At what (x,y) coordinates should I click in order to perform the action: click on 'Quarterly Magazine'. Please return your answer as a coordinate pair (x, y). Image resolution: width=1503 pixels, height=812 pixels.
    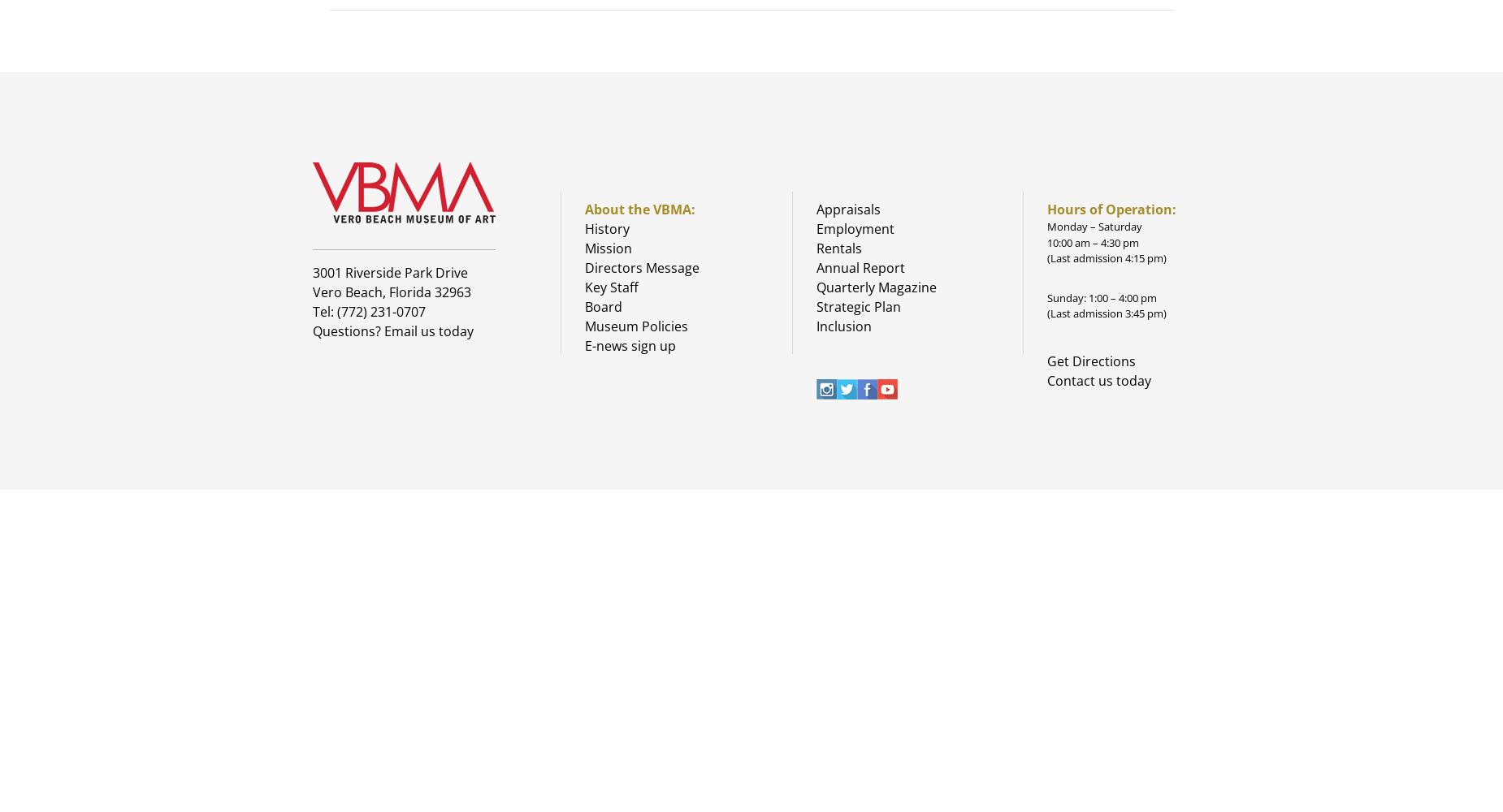
    Looking at the image, I should click on (874, 287).